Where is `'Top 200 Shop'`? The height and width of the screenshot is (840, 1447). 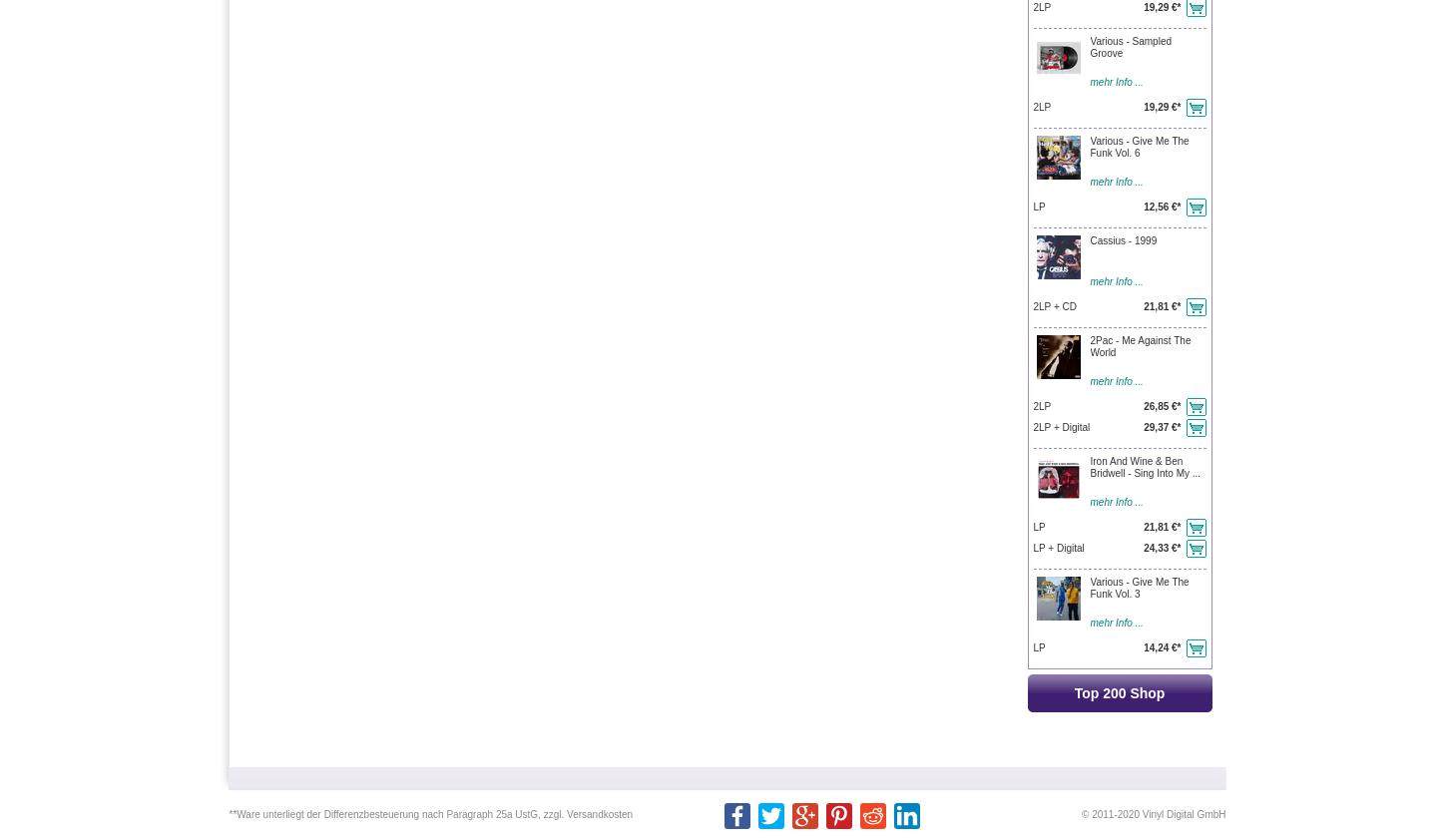 'Top 200 Shop' is located at coordinates (1074, 692).